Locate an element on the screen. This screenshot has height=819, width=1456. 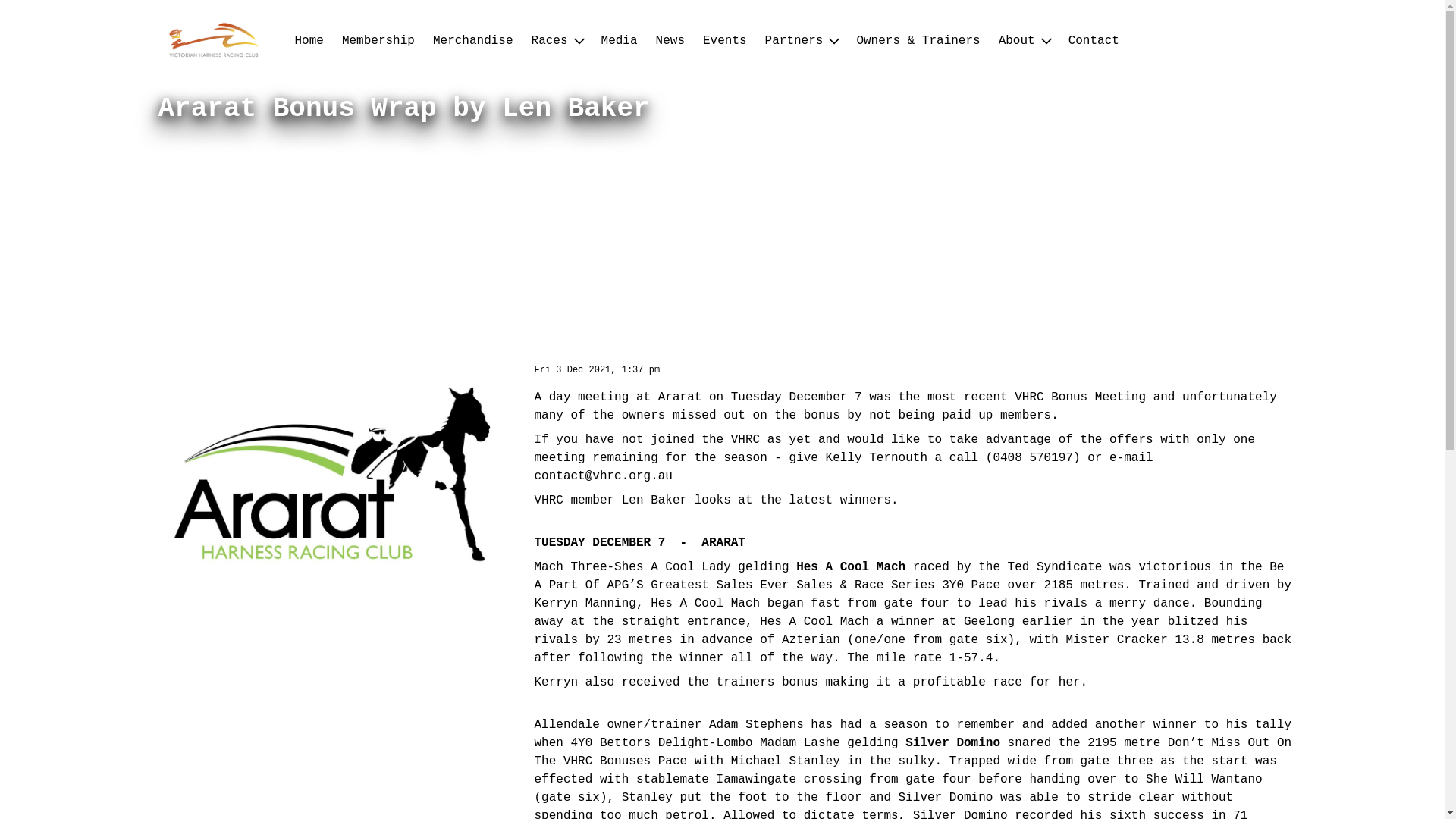
'Races' is located at coordinates (556, 40).